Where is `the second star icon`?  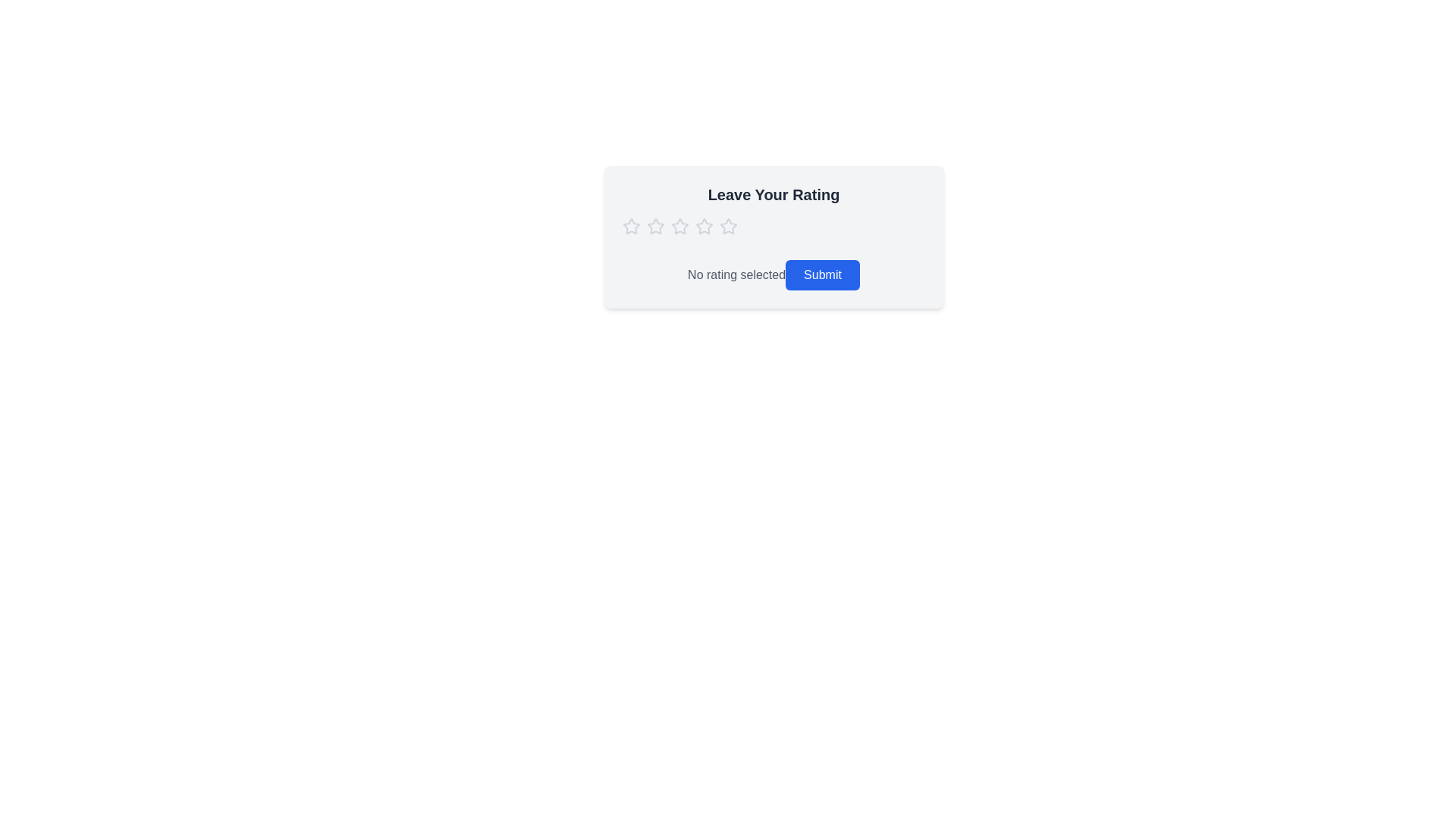 the second star icon is located at coordinates (679, 226).